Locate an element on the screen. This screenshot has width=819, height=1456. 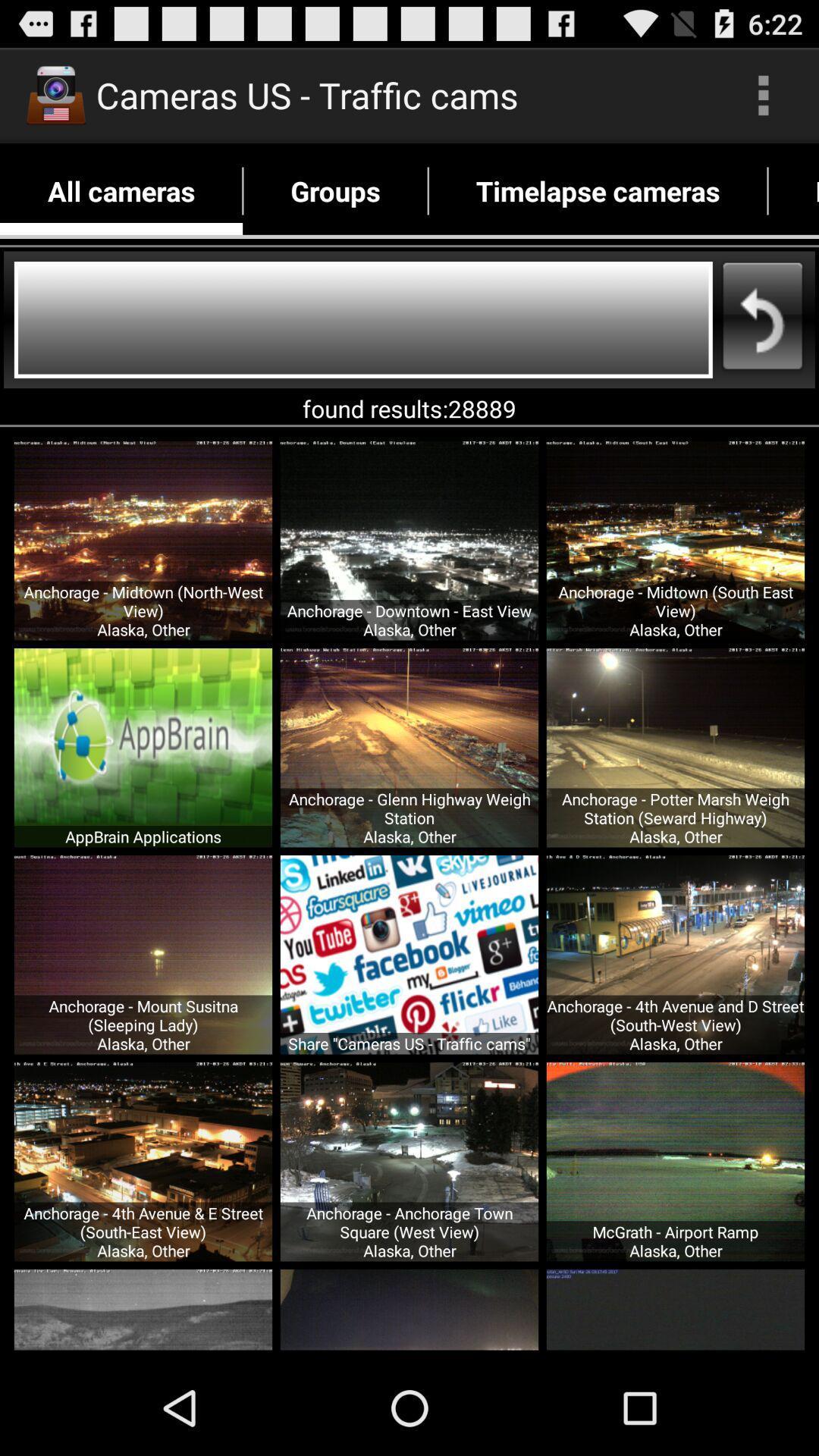
third row first image is located at coordinates (143, 1161).